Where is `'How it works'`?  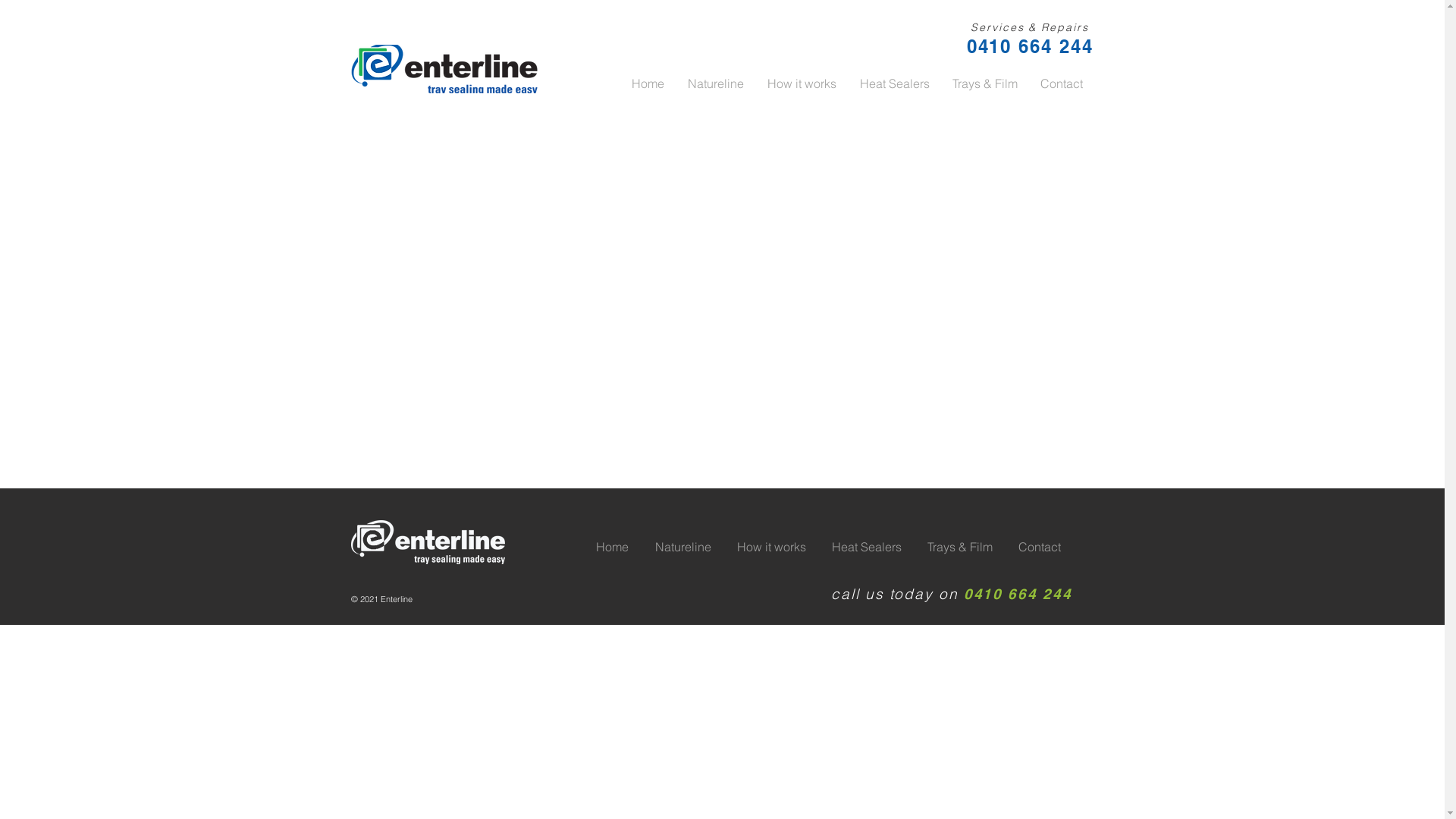 'How it works' is located at coordinates (800, 83).